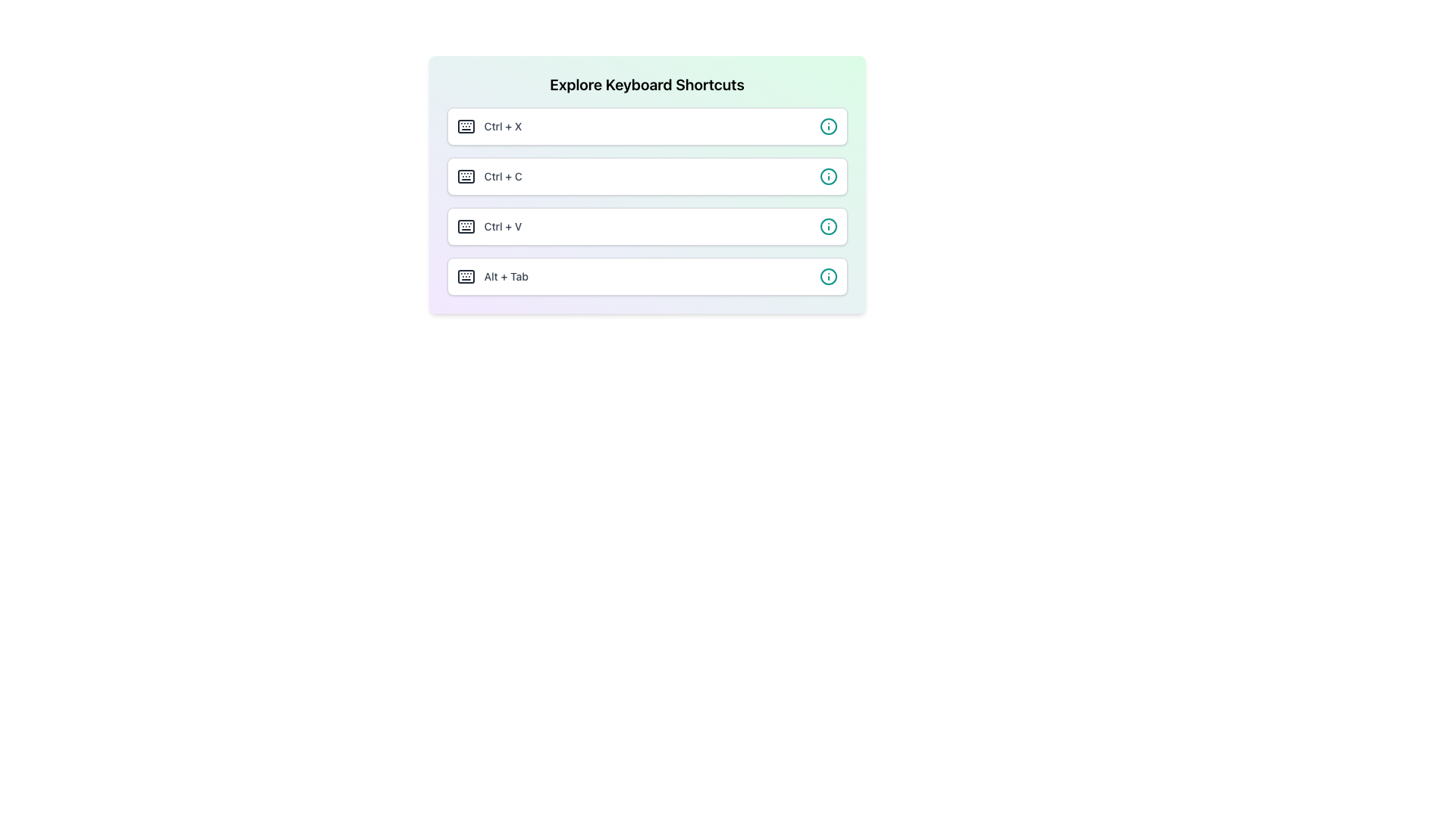  Describe the element at coordinates (827, 277) in the screenshot. I see `the central circular component of the SVG icon with a teal stroke color located near the bottom-right corner of the last list item in a vertical list of shortcut actions` at that location.